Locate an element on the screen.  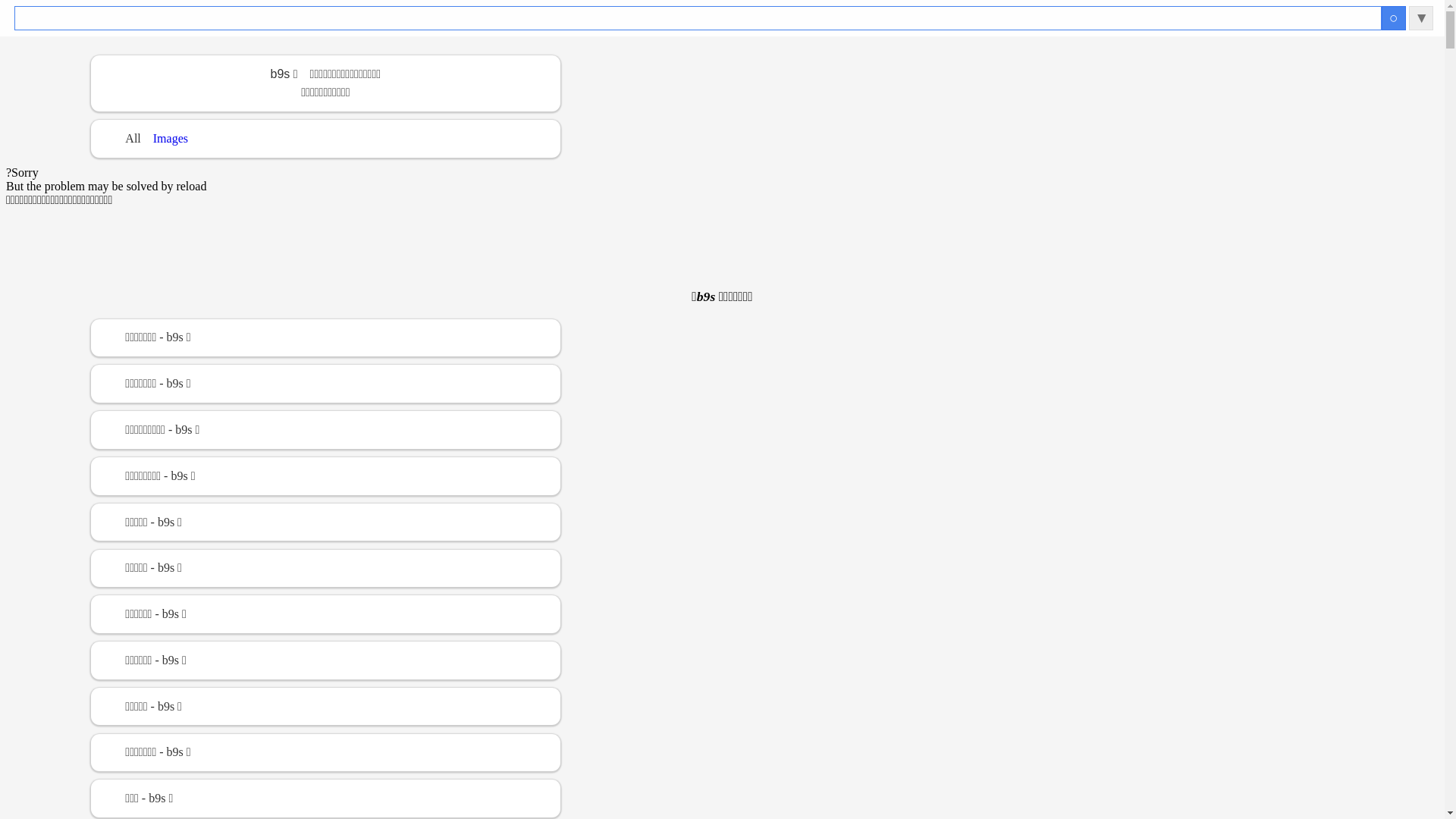
'Images' is located at coordinates (171, 138).